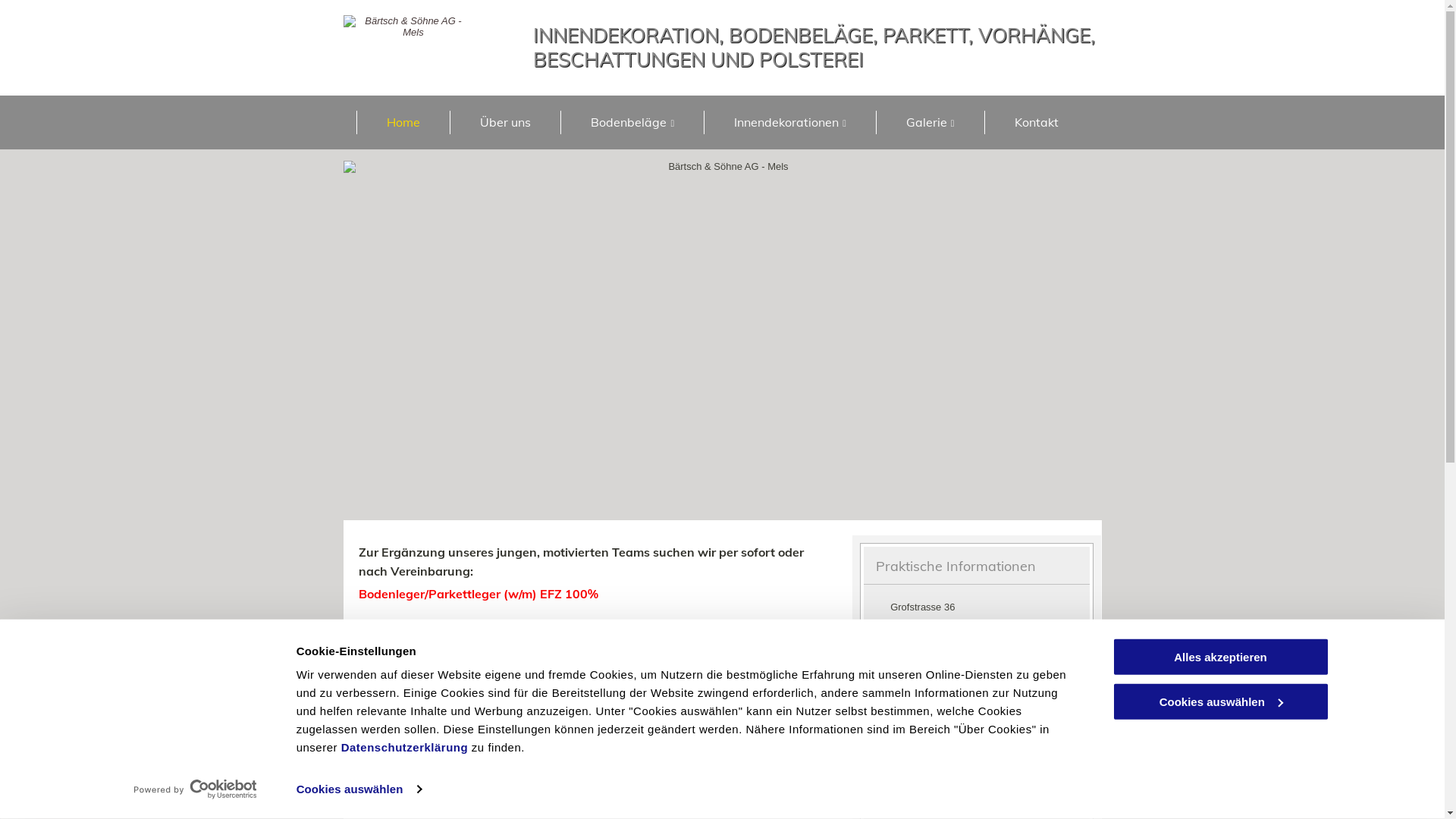 The width and height of the screenshot is (1456, 819). Describe the element at coordinates (919, 715) in the screenshot. I see `'info@baertsch-soehne.ch'` at that location.